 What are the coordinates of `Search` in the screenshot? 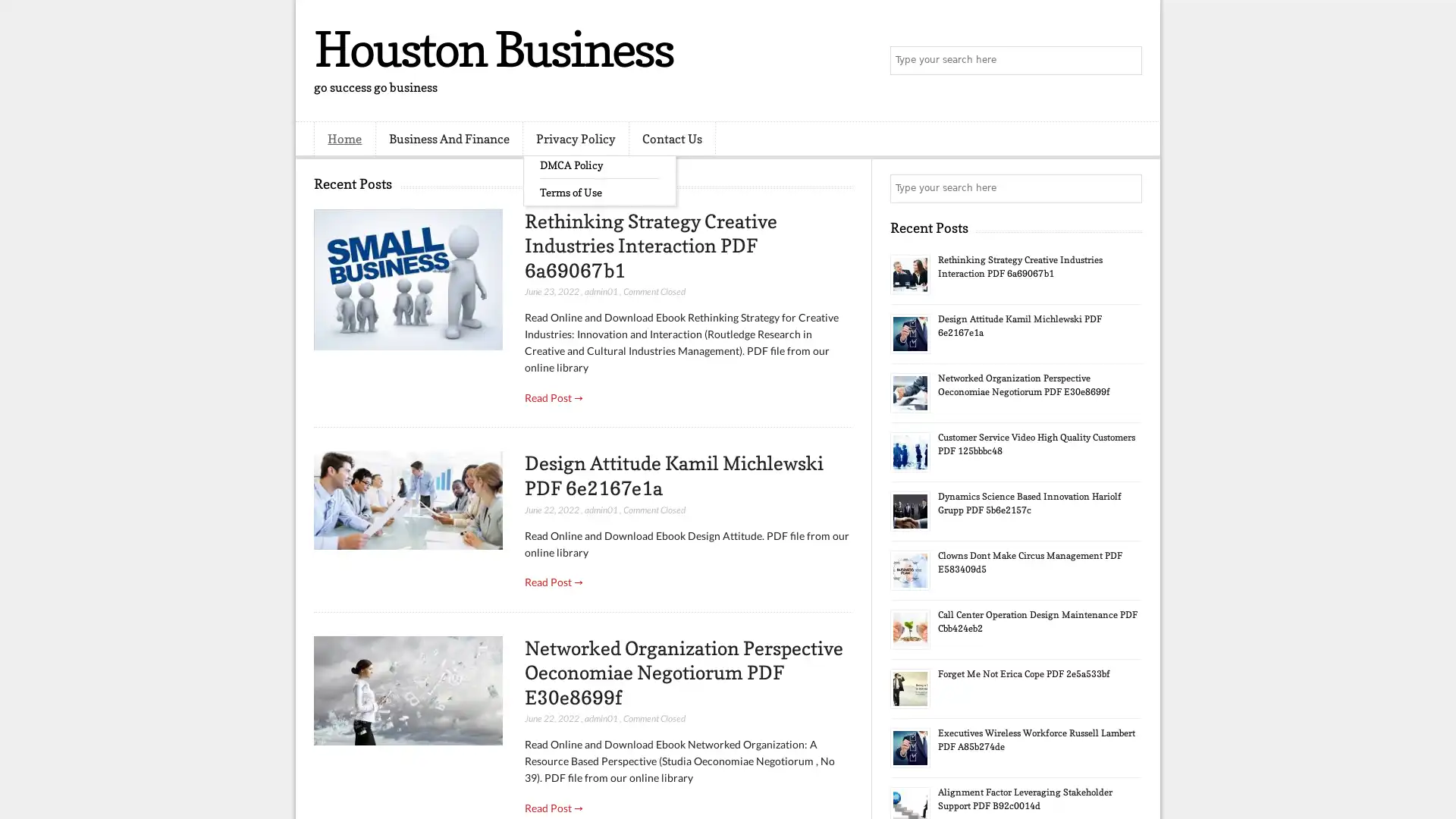 It's located at (1126, 188).